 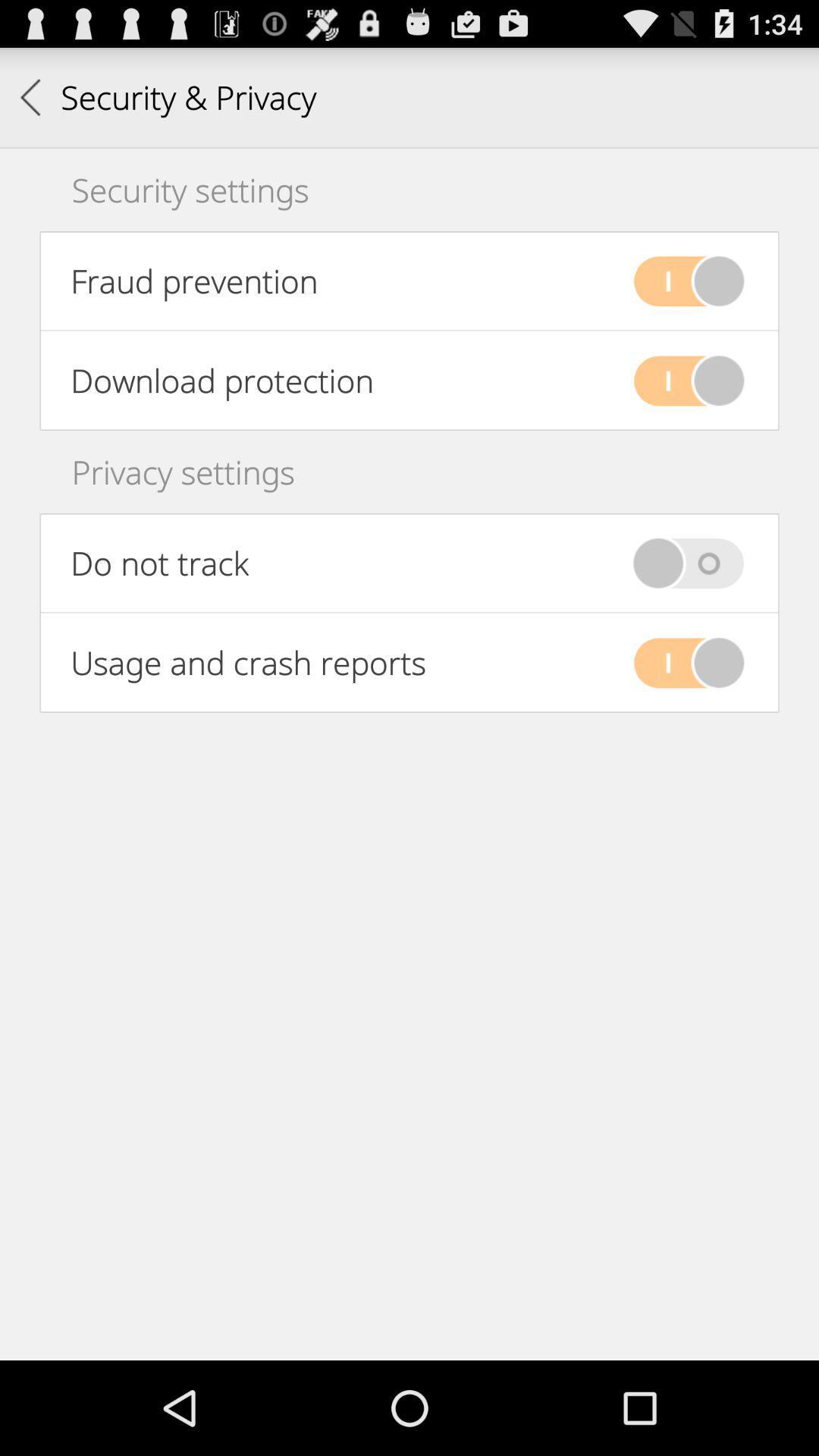 What do you see at coordinates (168, 96) in the screenshot?
I see `item above the security settings icon` at bounding box center [168, 96].